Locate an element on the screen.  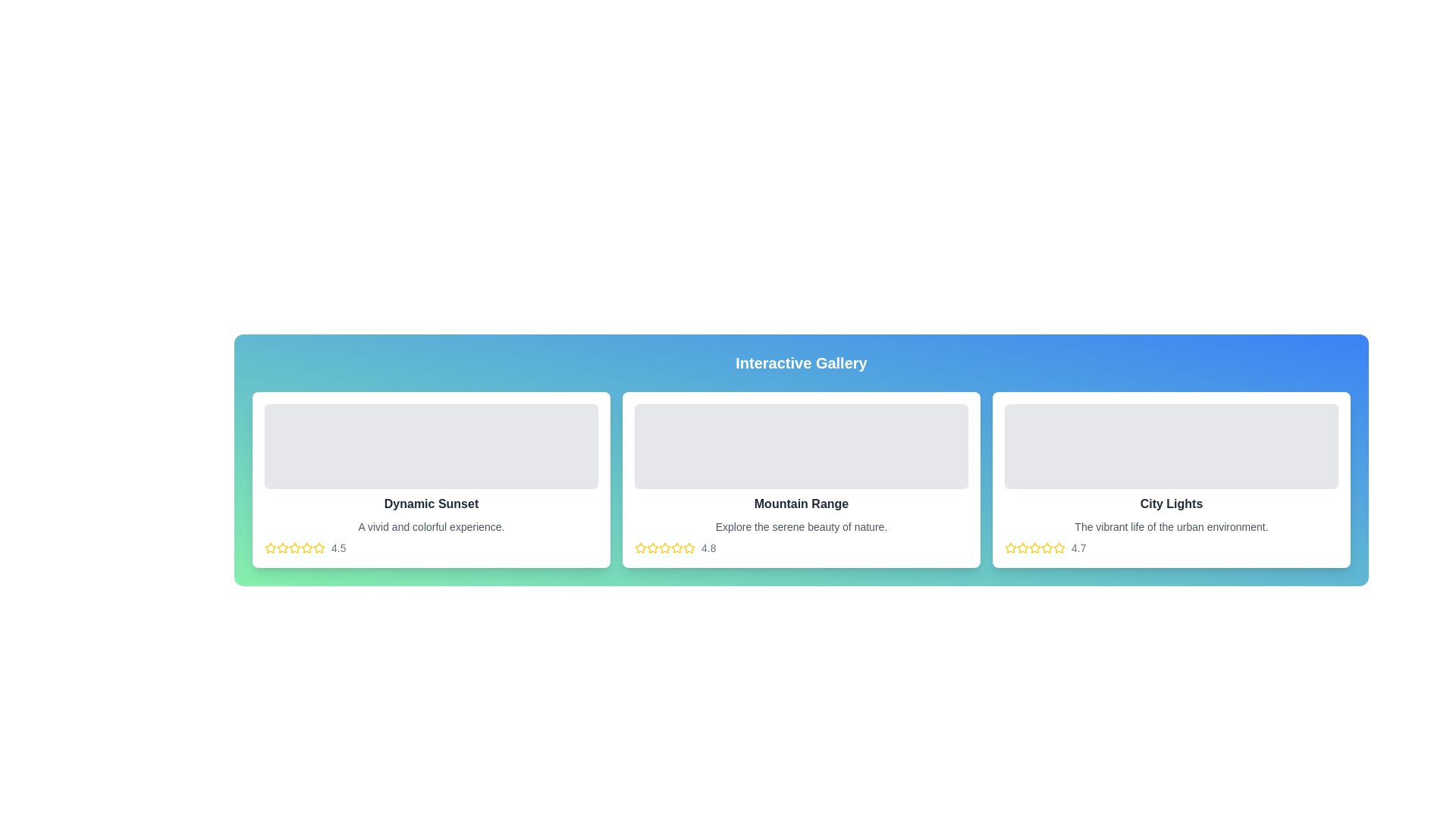
the fifth star-shaped icon from the left in a row of star icons below the 'City Lights' card is located at coordinates (1034, 548).